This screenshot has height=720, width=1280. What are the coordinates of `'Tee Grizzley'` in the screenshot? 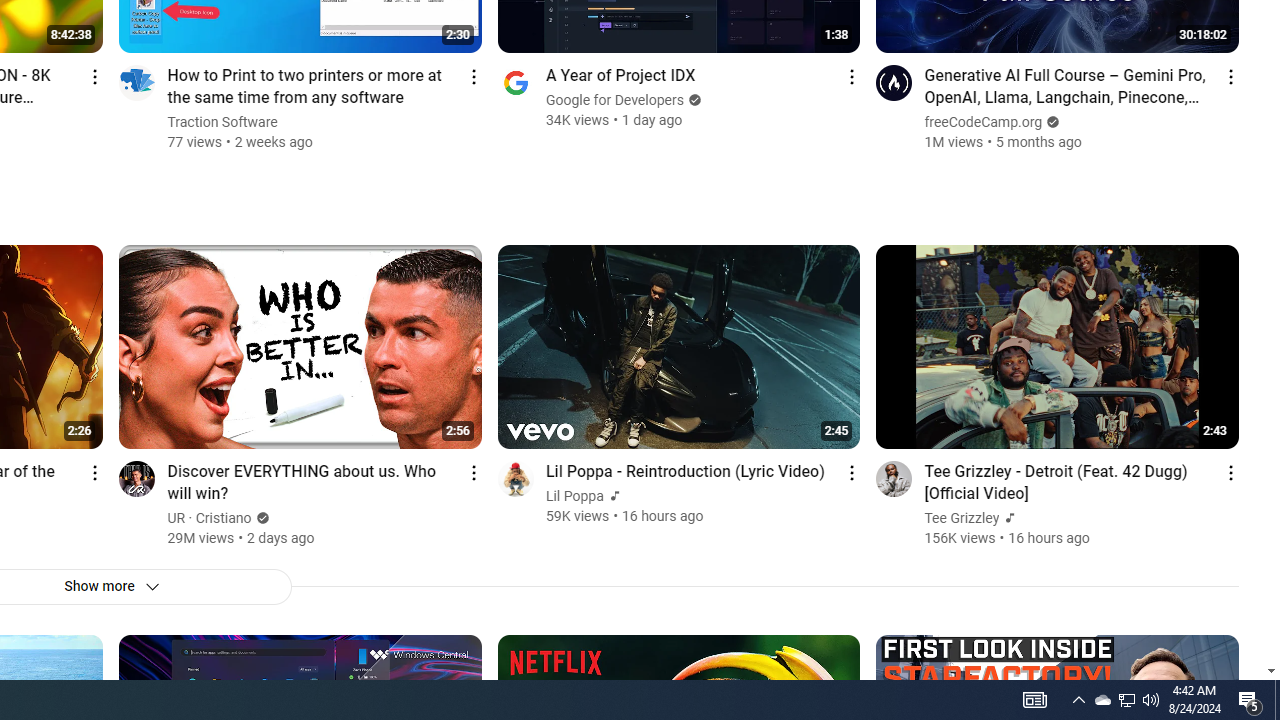 It's located at (962, 517).